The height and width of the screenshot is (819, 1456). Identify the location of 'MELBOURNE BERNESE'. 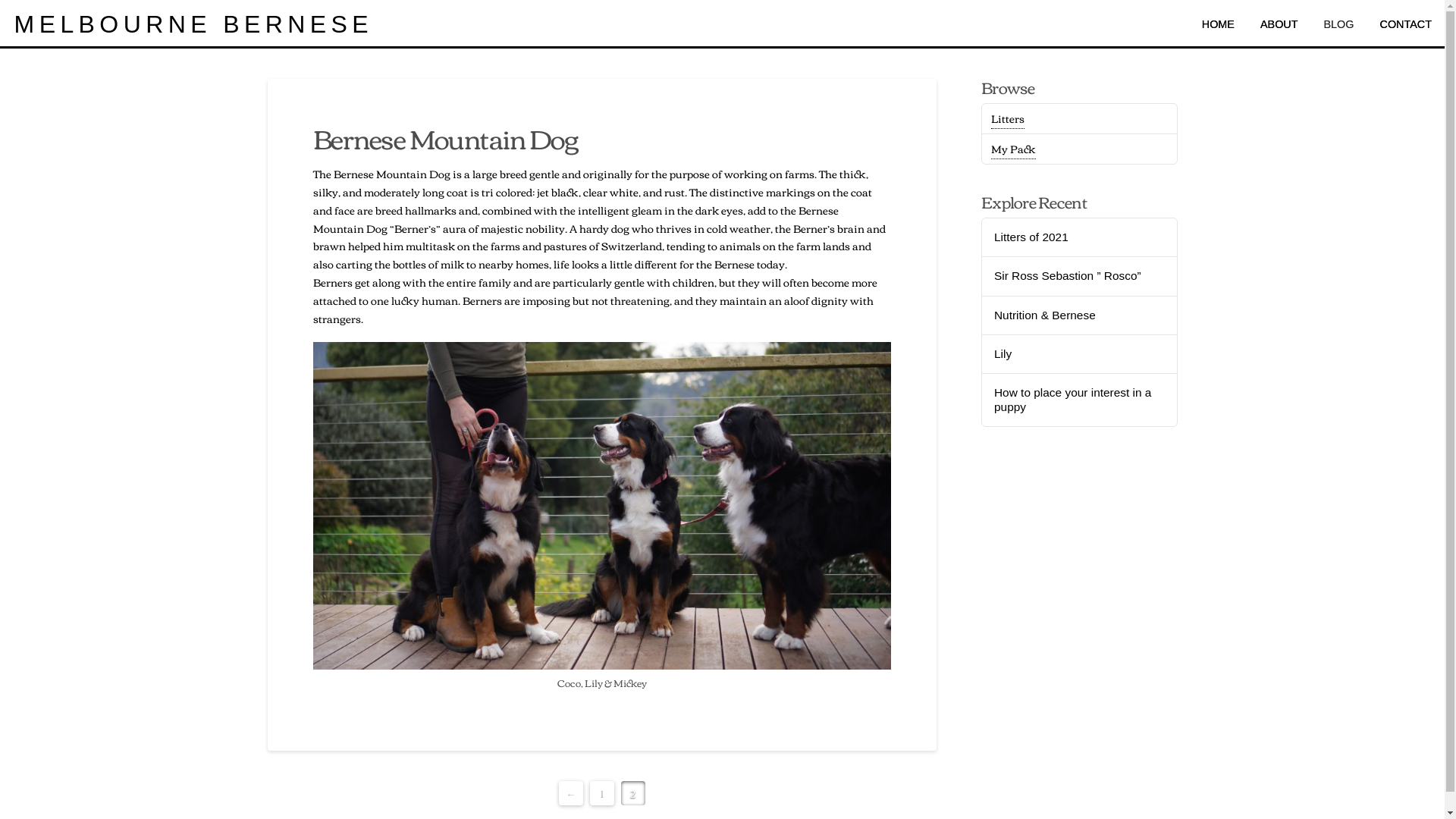
(190, 24).